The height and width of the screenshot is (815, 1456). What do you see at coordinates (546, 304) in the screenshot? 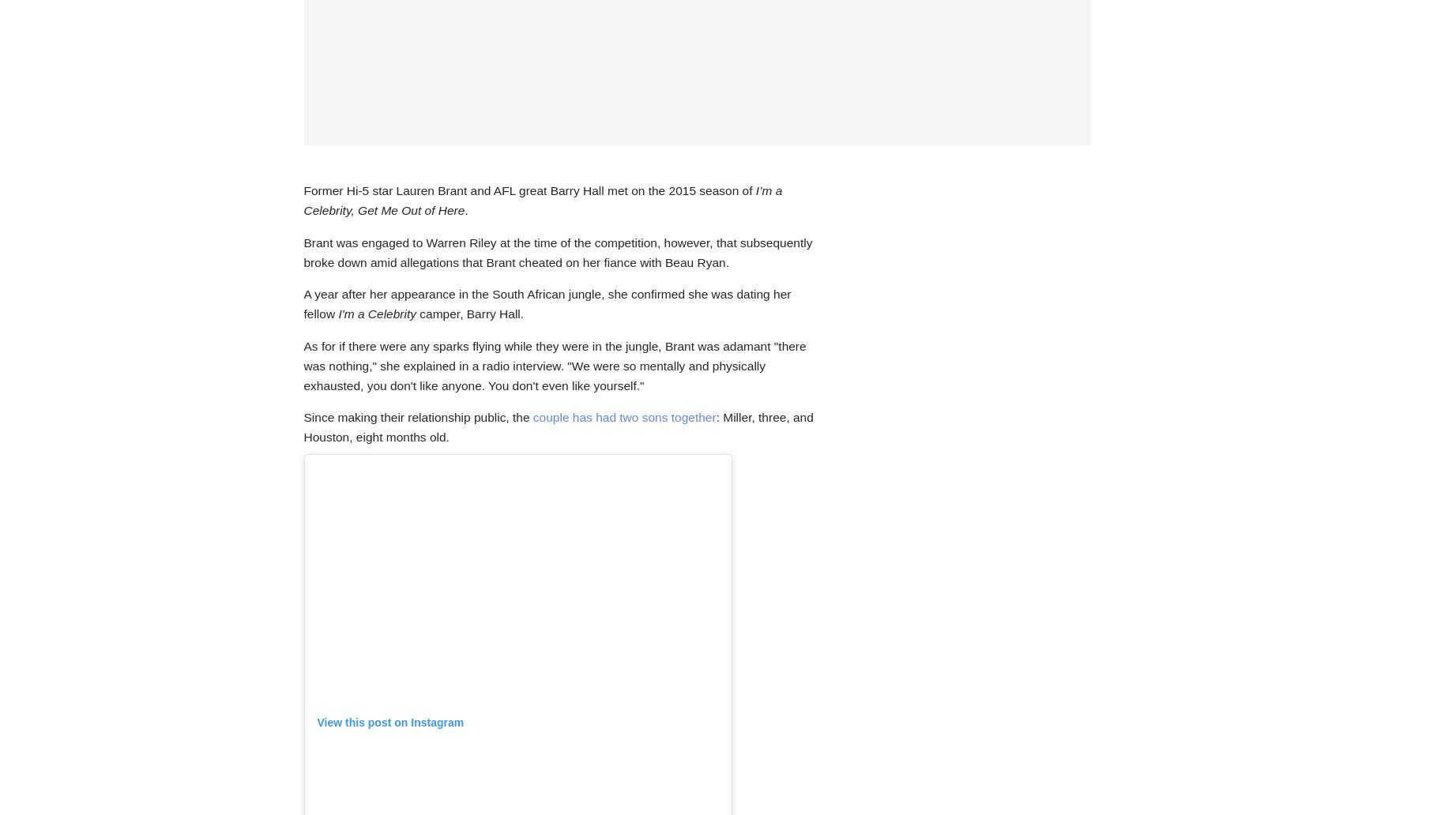
I see `'A year after her appearance in the South African jungle, she confirmed she was dating her fellow'` at bounding box center [546, 304].